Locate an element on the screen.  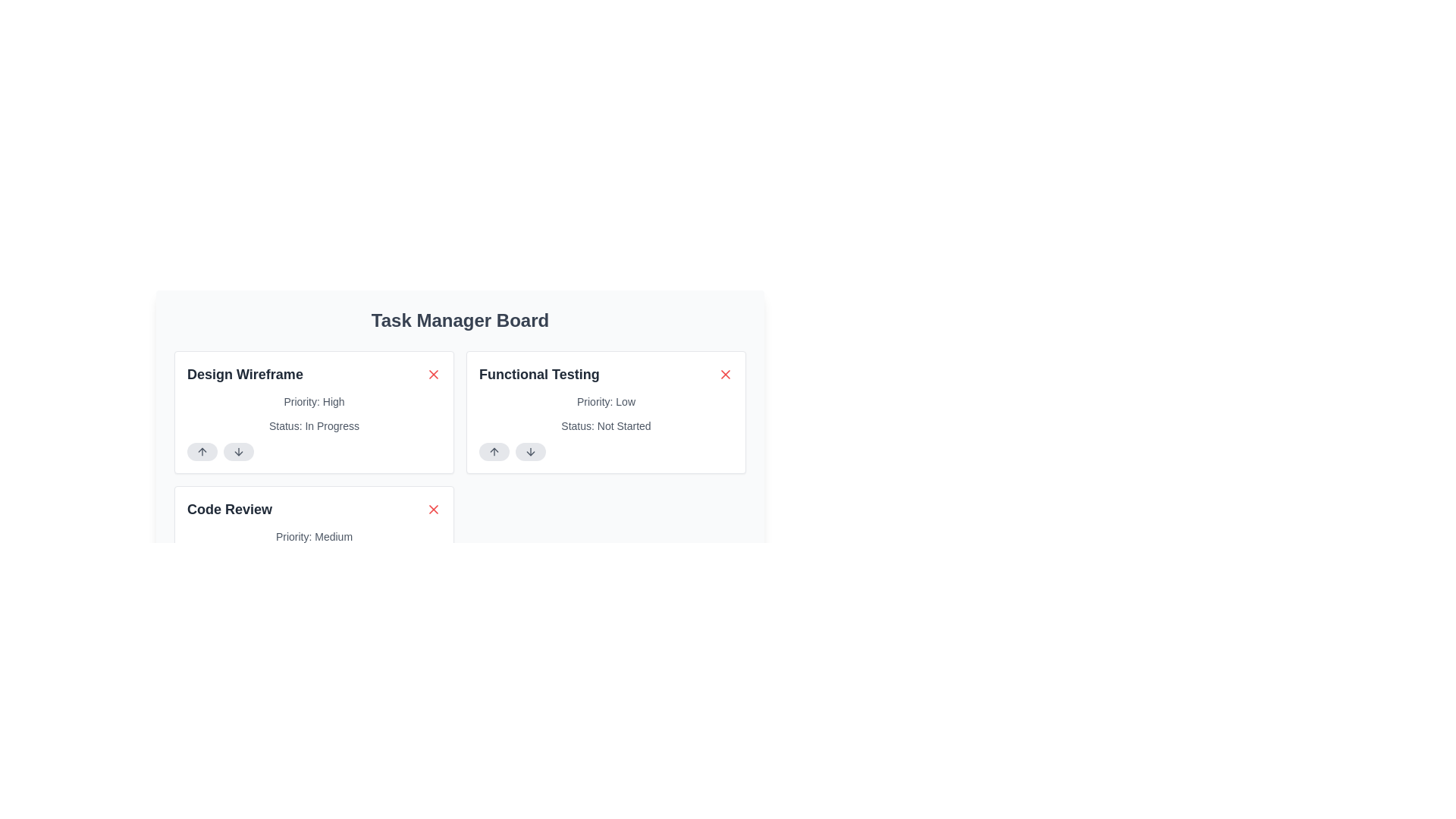
the textual information on the second card titled 'Functional Testing' in the 'Task Manager Board', which contains the subtitles 'Priority: Low' and 'Status: Not Started' is located at coordinates (605, 412).